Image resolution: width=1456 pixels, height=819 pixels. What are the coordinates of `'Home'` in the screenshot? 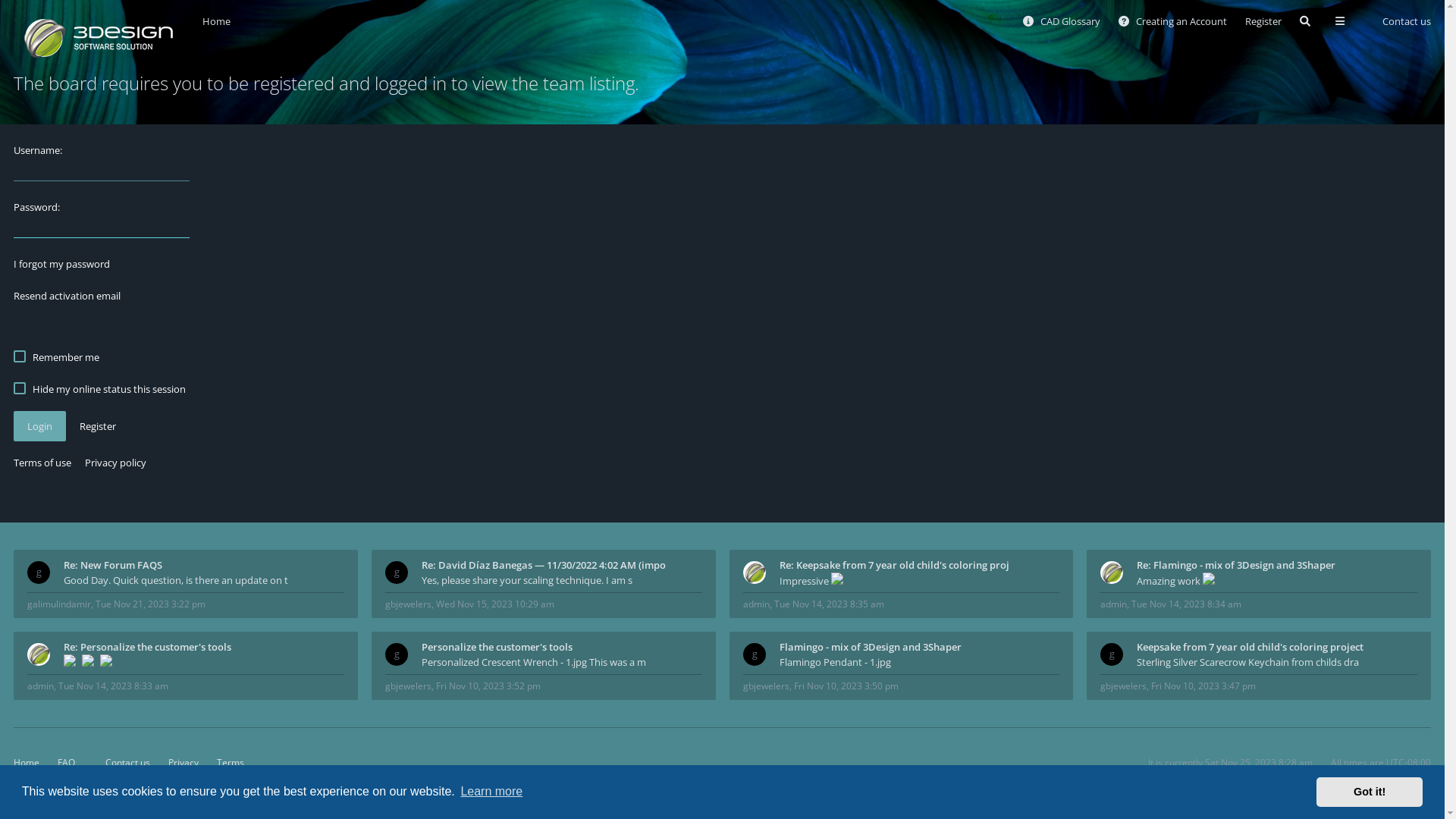 It's located at (202, 20).